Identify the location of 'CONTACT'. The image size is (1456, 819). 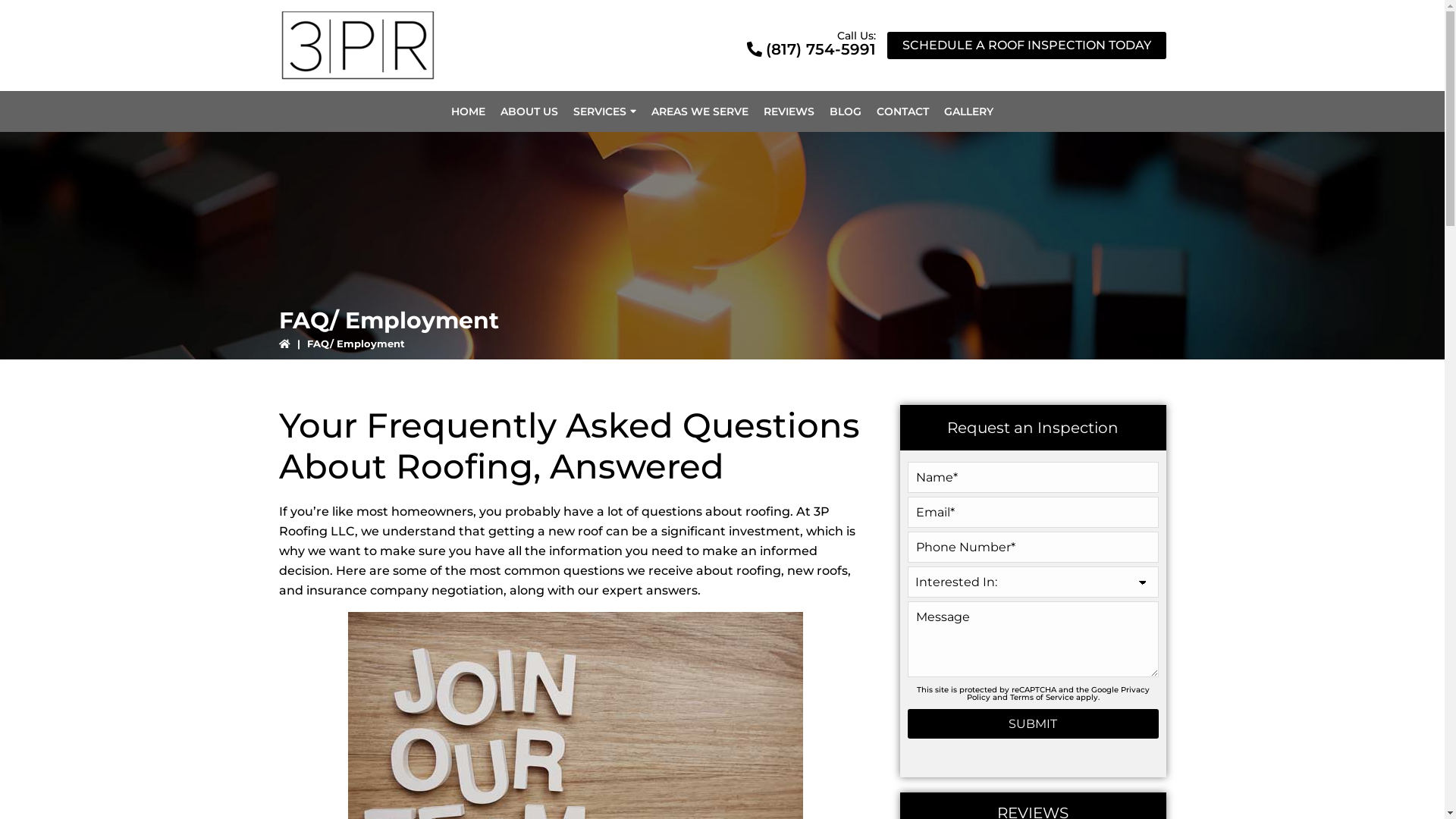
(902, 110).